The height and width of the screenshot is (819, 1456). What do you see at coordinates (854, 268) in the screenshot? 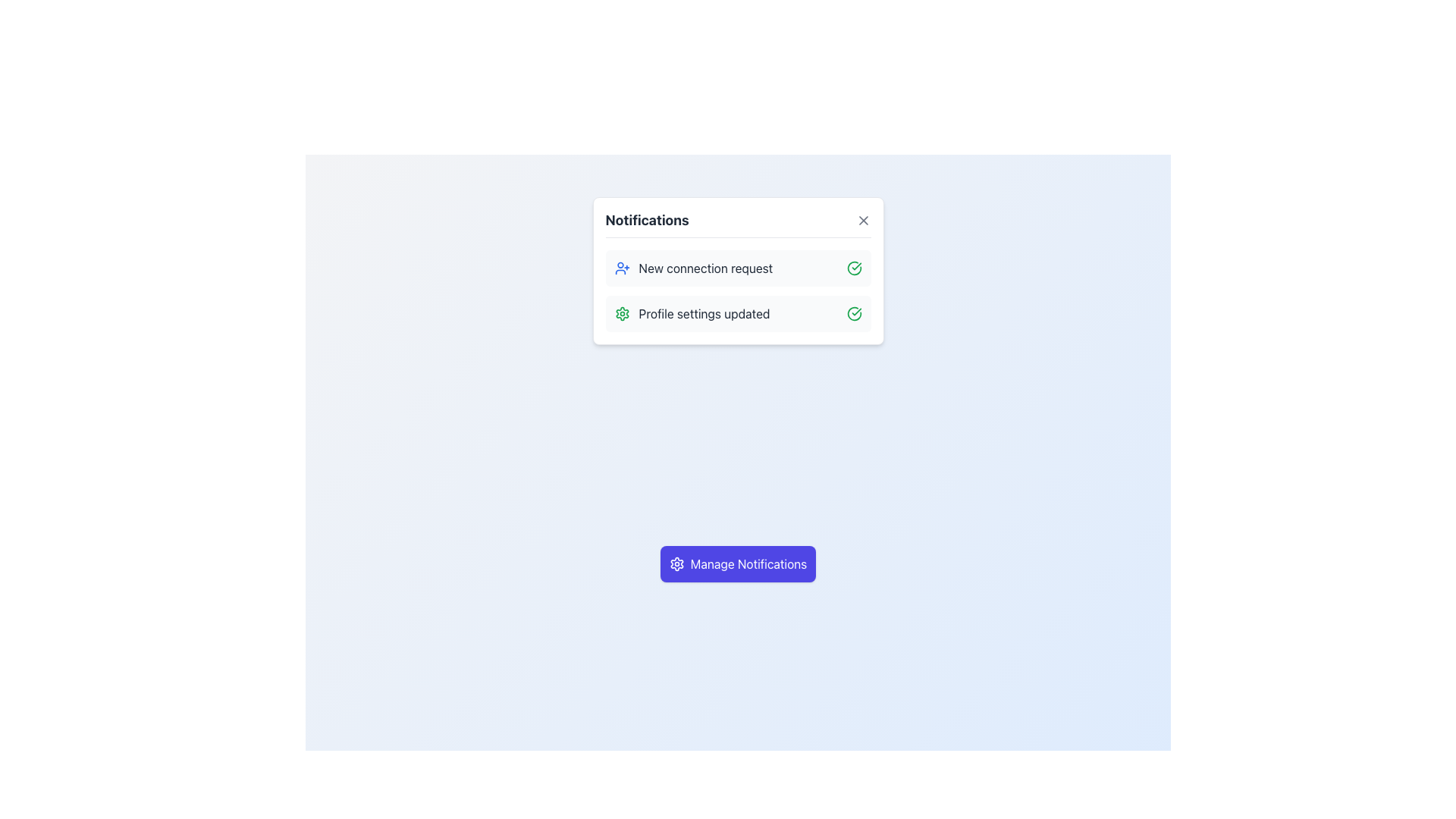
I see `the confirmation indicator icon located on the rightmost side of the Notifications panel, next to the 'New connection request' text` at bounding box center [854, 268].